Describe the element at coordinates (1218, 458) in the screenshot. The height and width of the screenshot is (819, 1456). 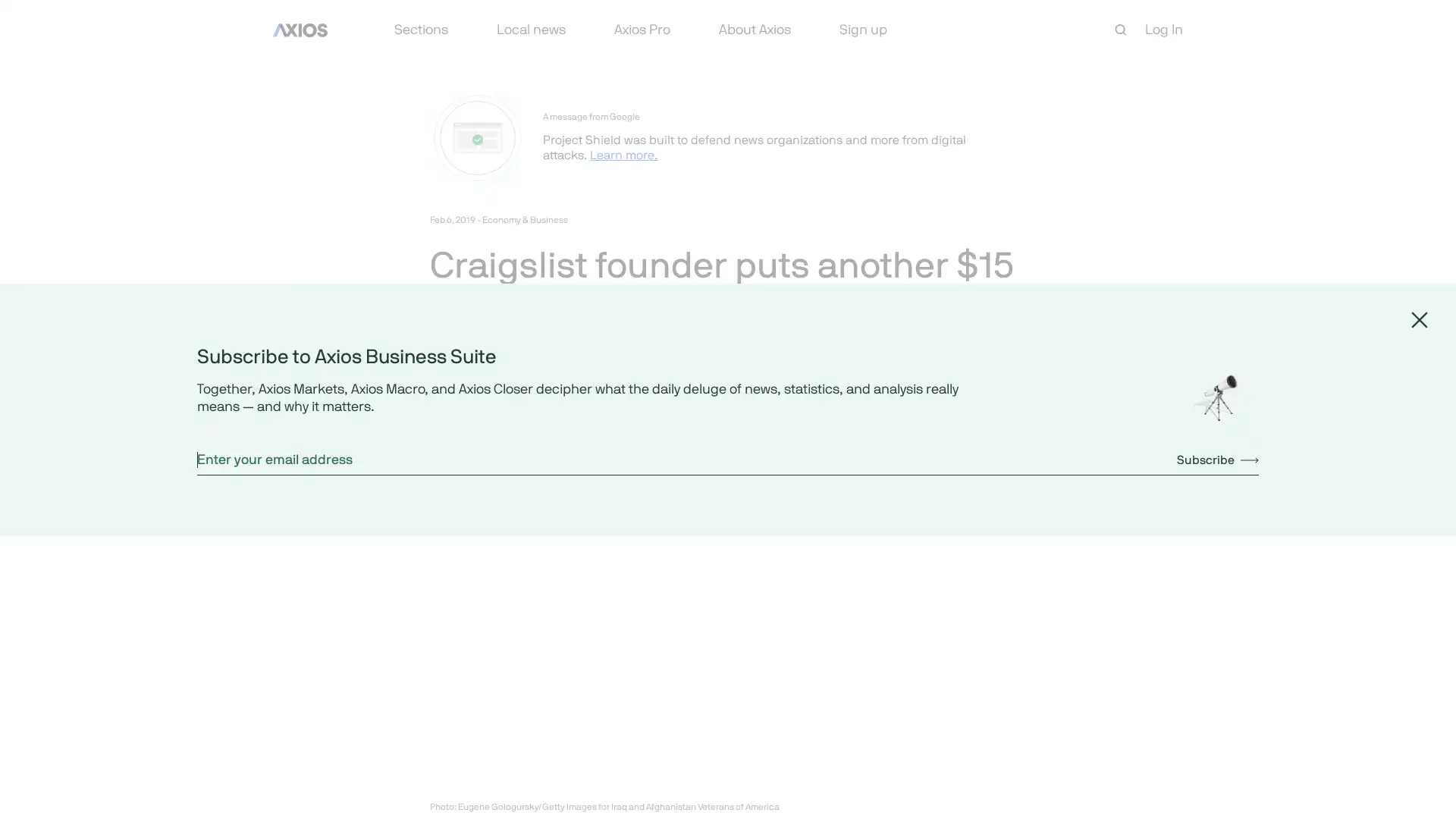
I see `Subscribe` at that location.